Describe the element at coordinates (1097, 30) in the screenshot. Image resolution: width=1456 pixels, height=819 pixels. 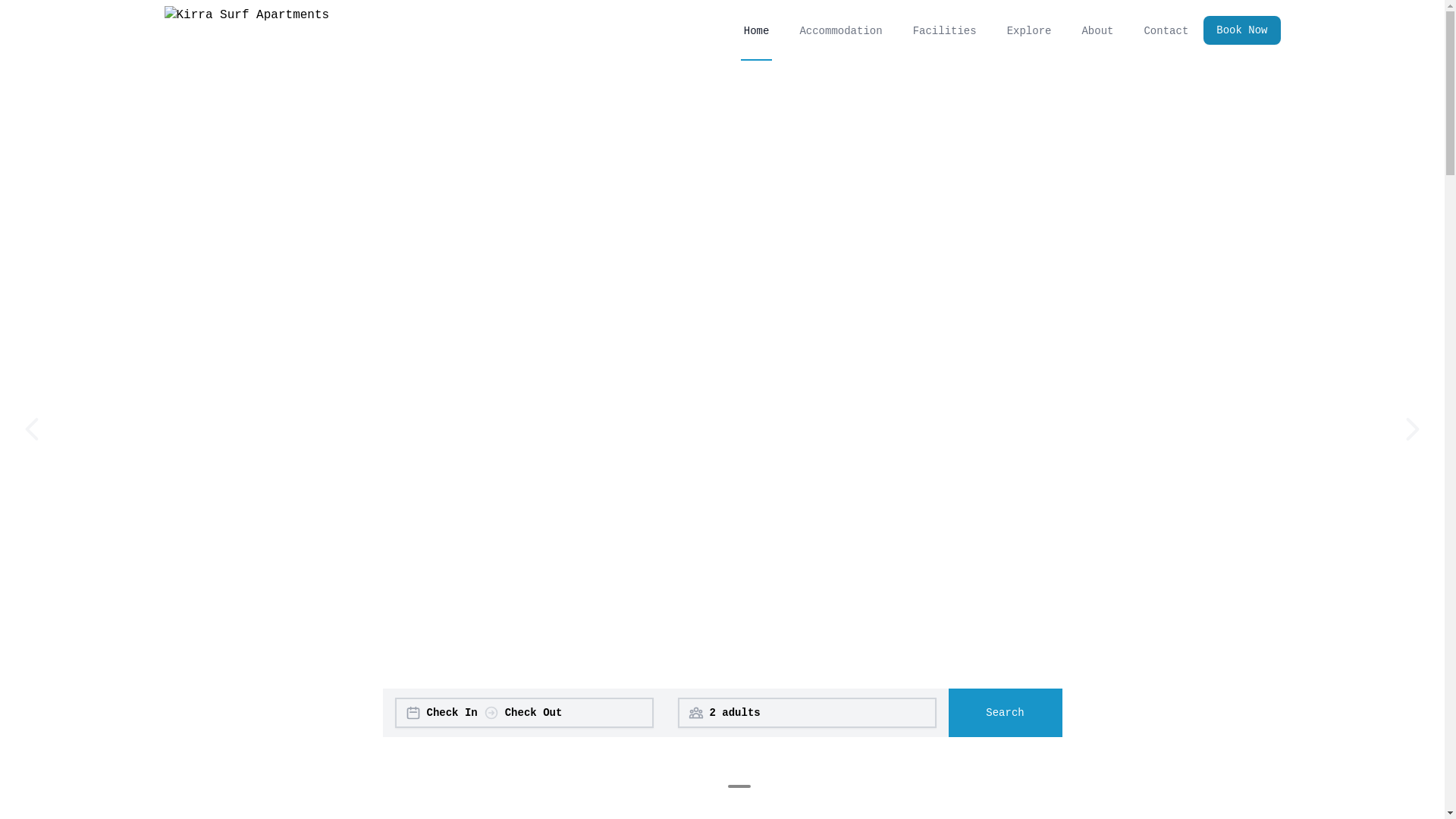
I see `'About'` at that location.